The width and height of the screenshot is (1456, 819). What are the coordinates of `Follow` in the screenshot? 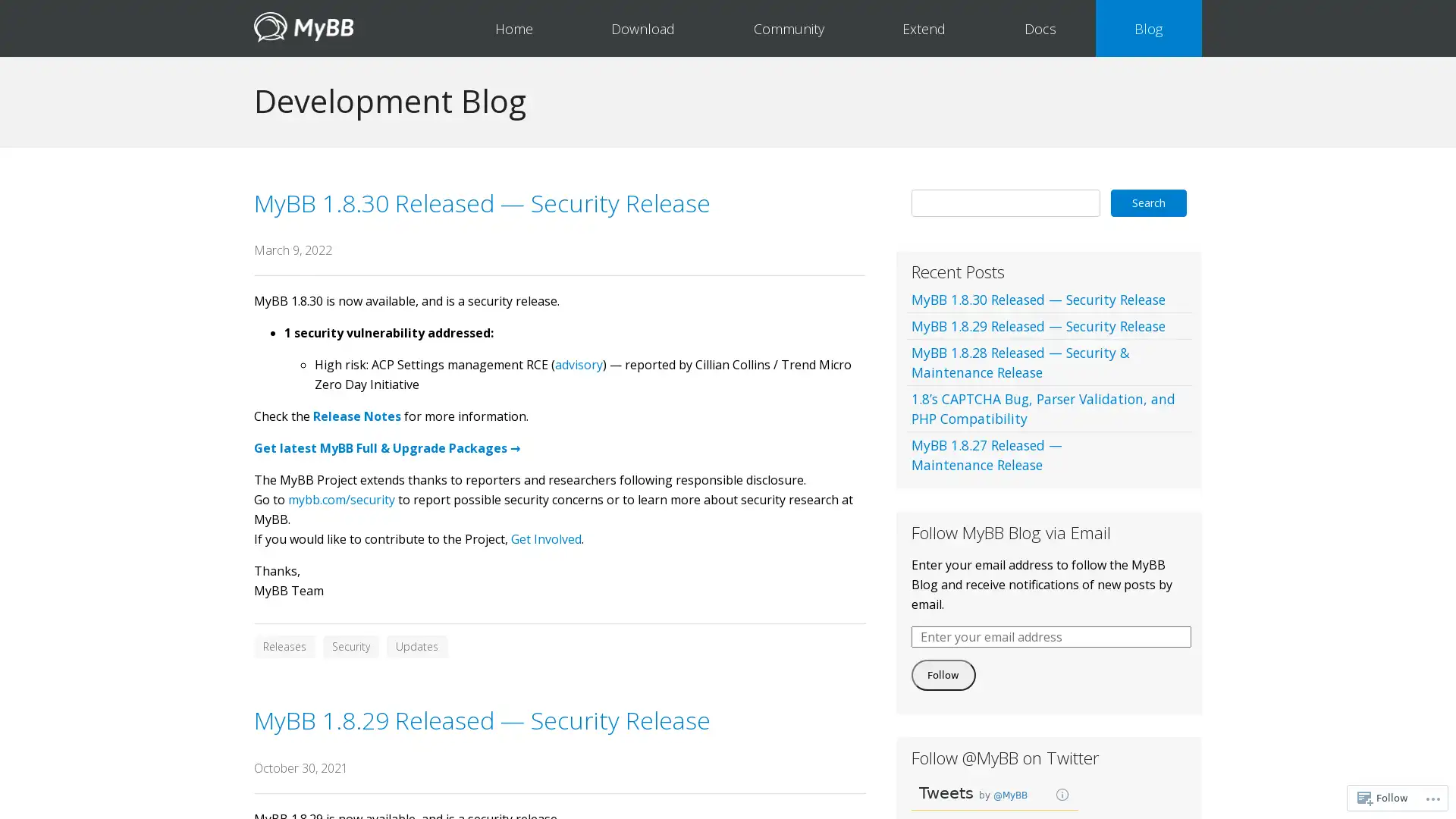 It's located at (942, 674).